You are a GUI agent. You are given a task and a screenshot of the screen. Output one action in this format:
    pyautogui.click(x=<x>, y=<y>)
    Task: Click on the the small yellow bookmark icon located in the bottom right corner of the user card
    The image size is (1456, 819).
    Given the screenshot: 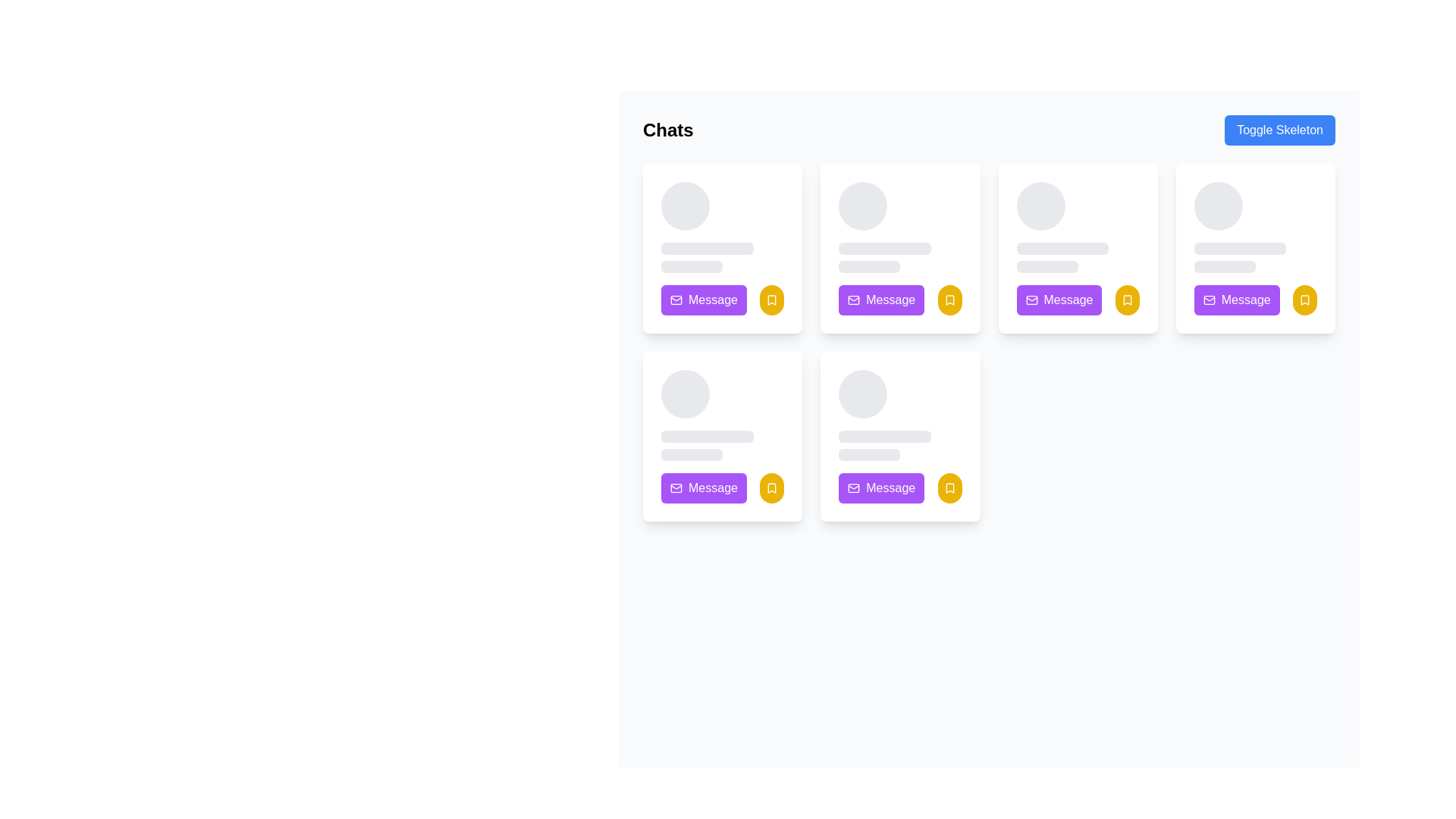 What is the action you would take?
    pyautogui.click(x=772, y=488)
    